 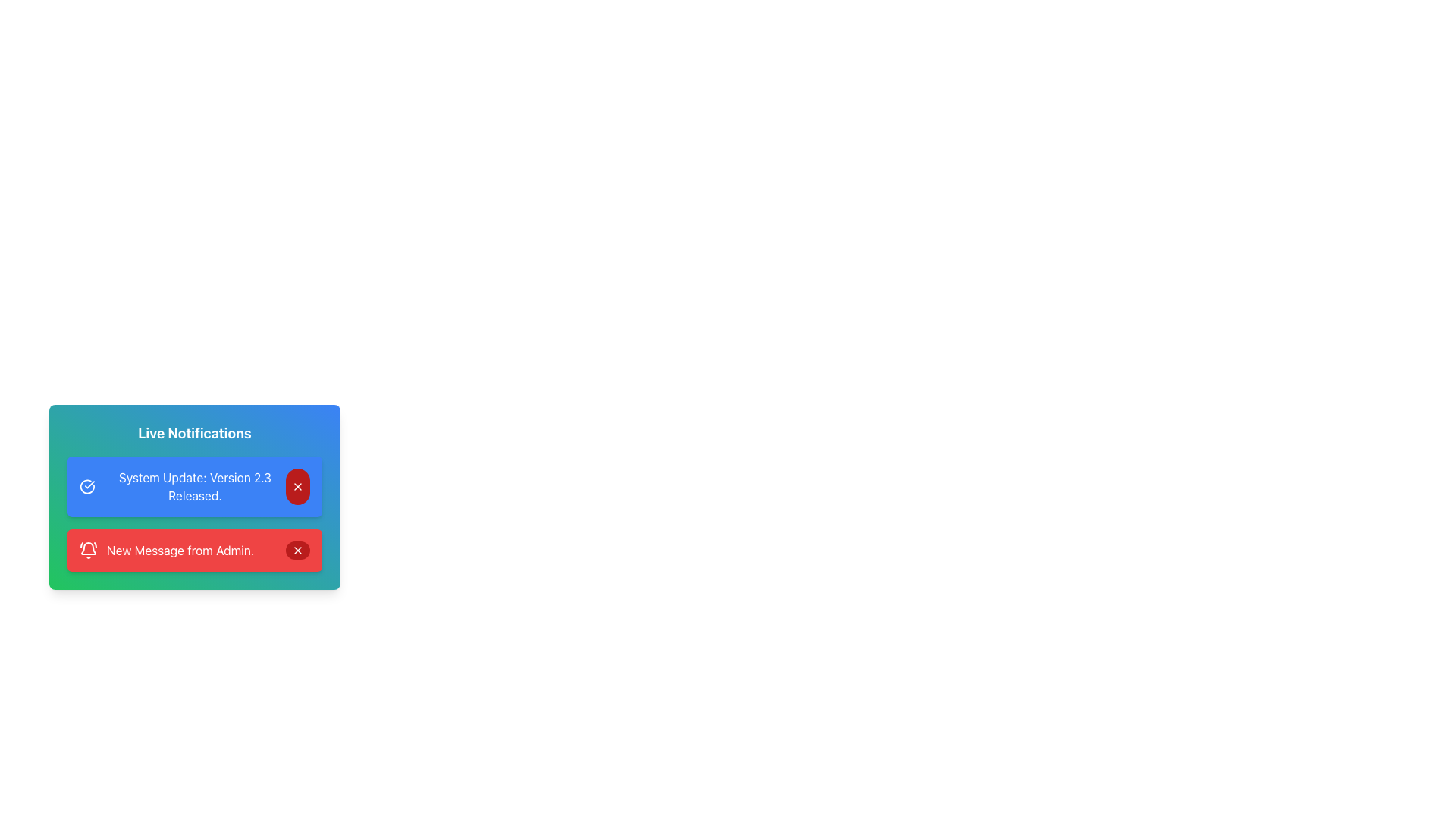 What do you see at coordinates (194, 486) in the screenshot?
I see `text content of the notification description located in the center of the blue notification box within the 'Live Notifications' section` at bounding box center [194, 486].